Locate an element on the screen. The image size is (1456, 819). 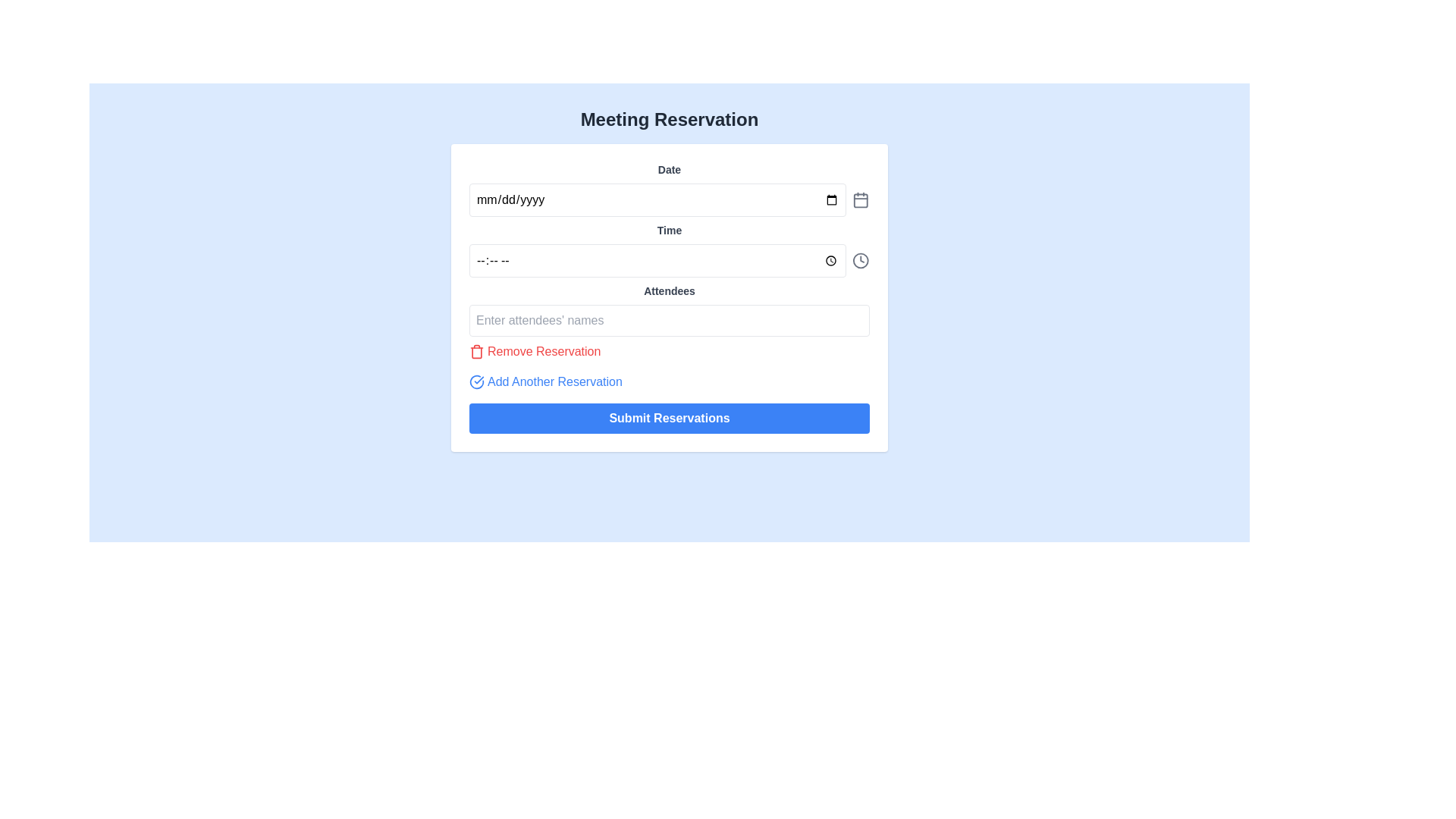
the 'Add Another Reservation' button, which contains an icon to the left of the button text is located at coordinates (475, 381).